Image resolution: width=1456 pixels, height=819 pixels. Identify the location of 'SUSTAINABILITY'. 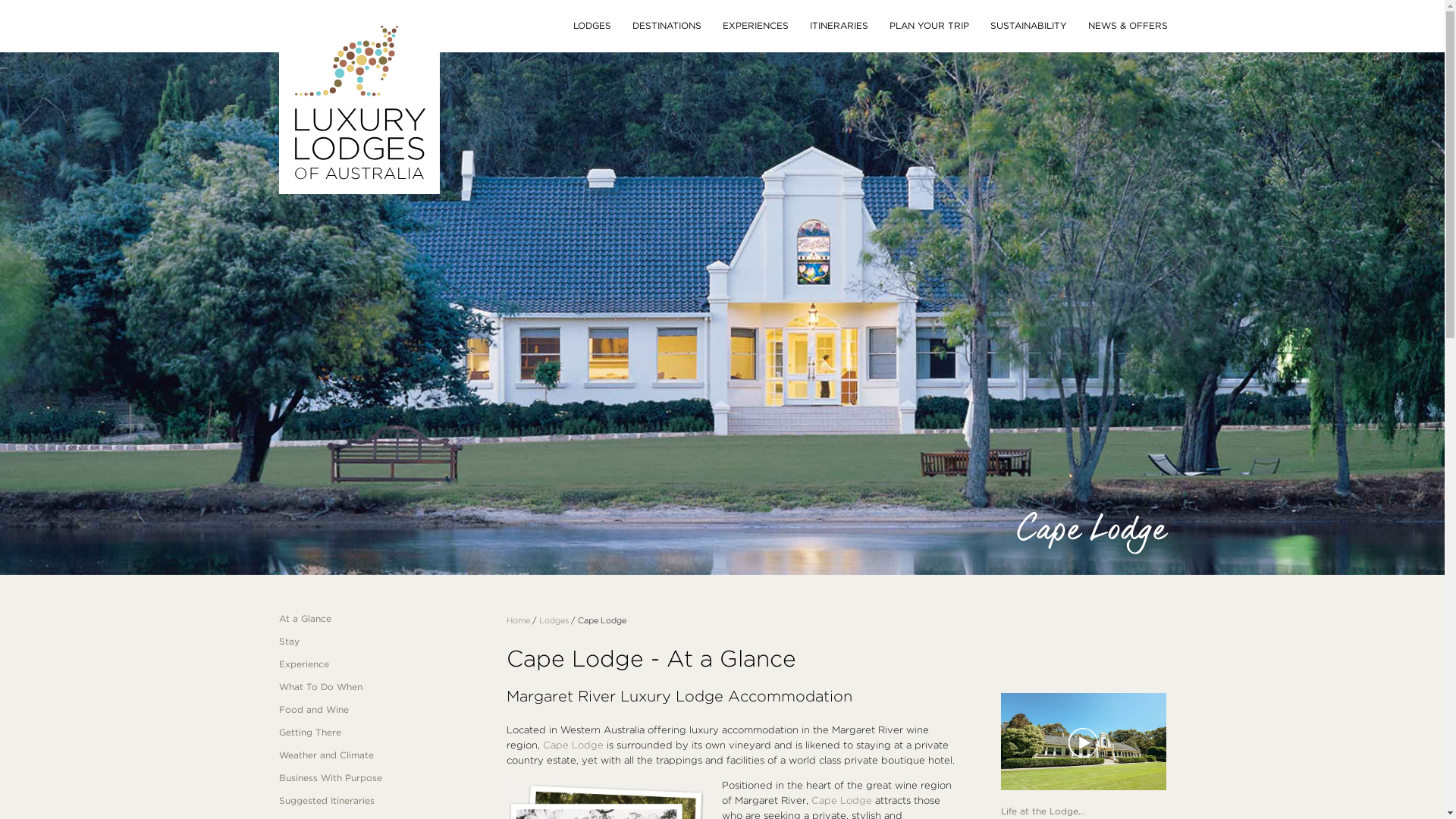
(1028, 26).